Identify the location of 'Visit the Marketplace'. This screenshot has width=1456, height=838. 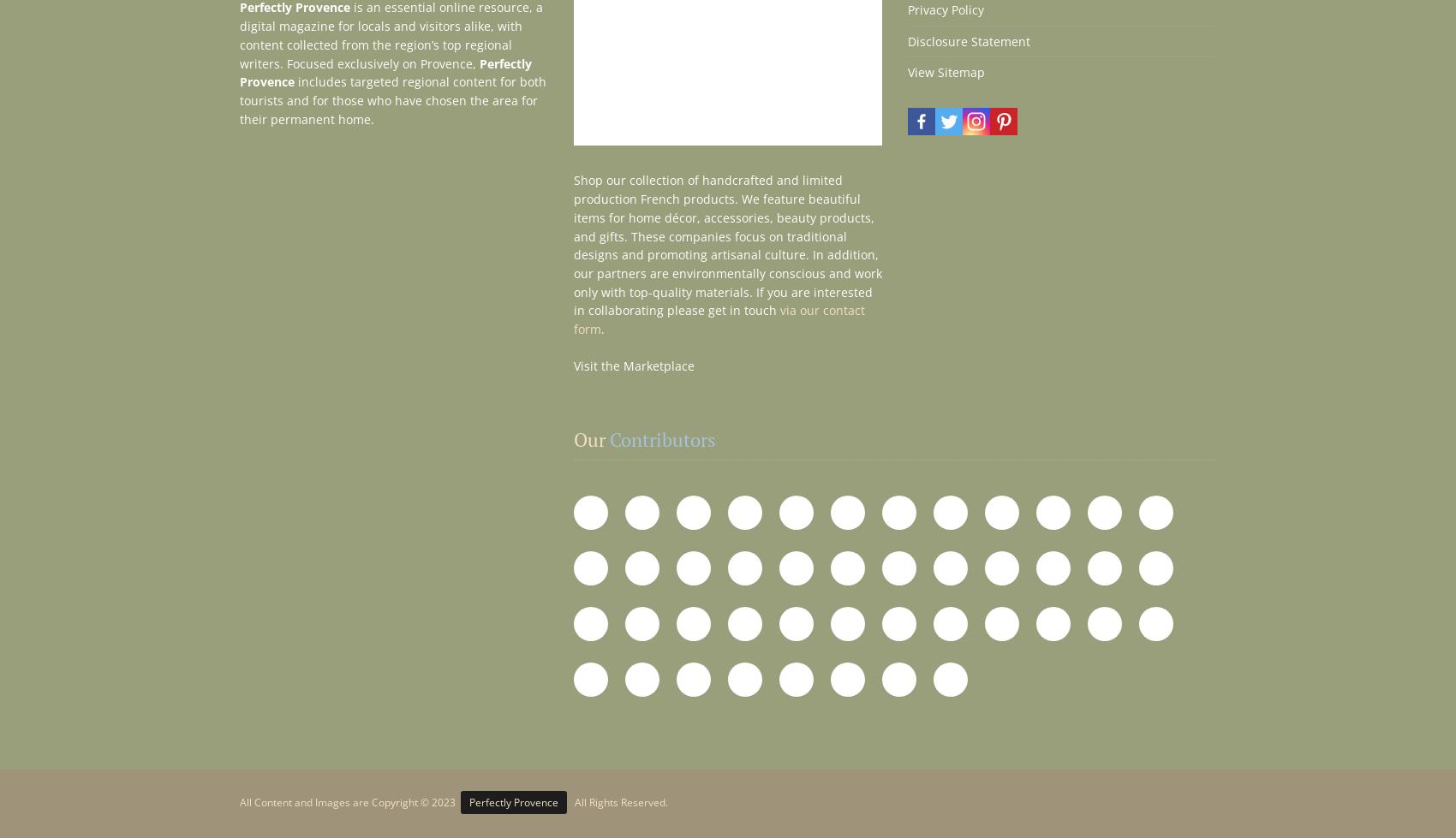
(634, 366).